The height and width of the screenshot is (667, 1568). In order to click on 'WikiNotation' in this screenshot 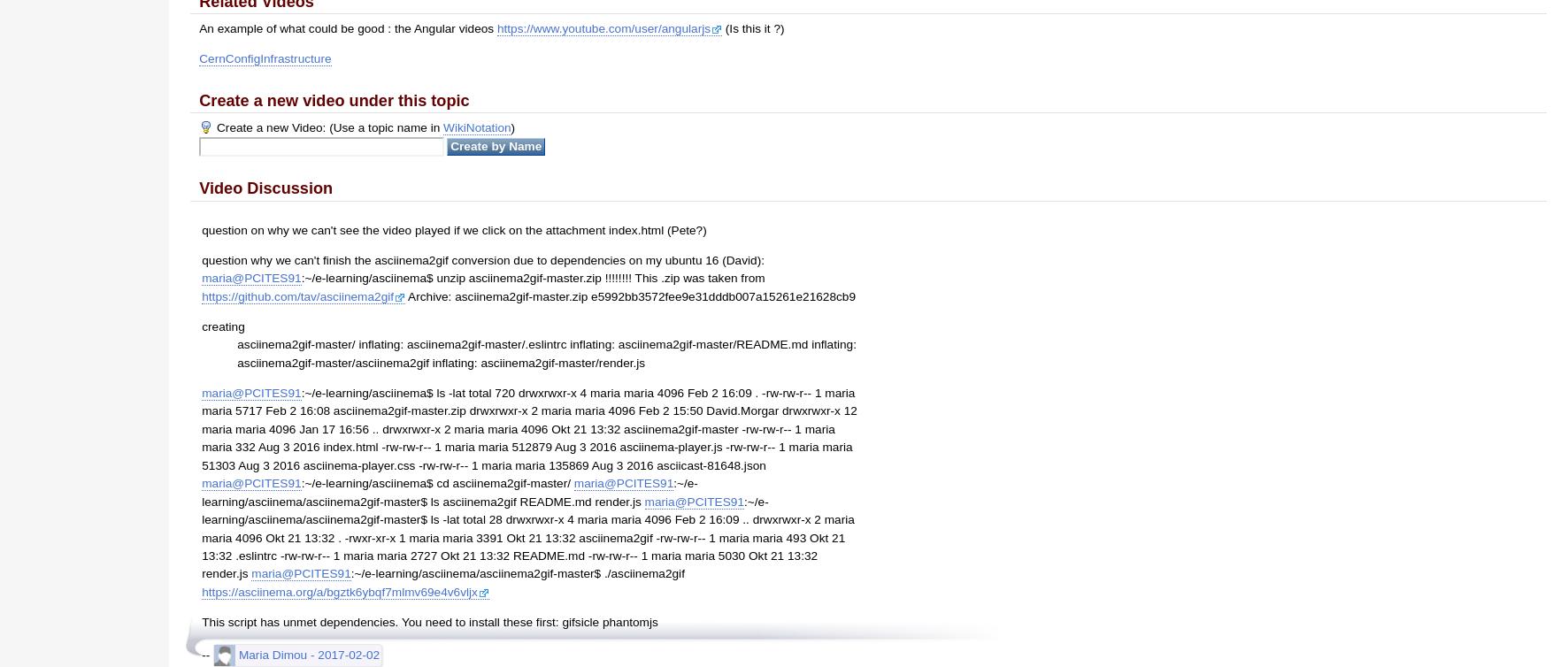, I will do `click(442, 126)`.